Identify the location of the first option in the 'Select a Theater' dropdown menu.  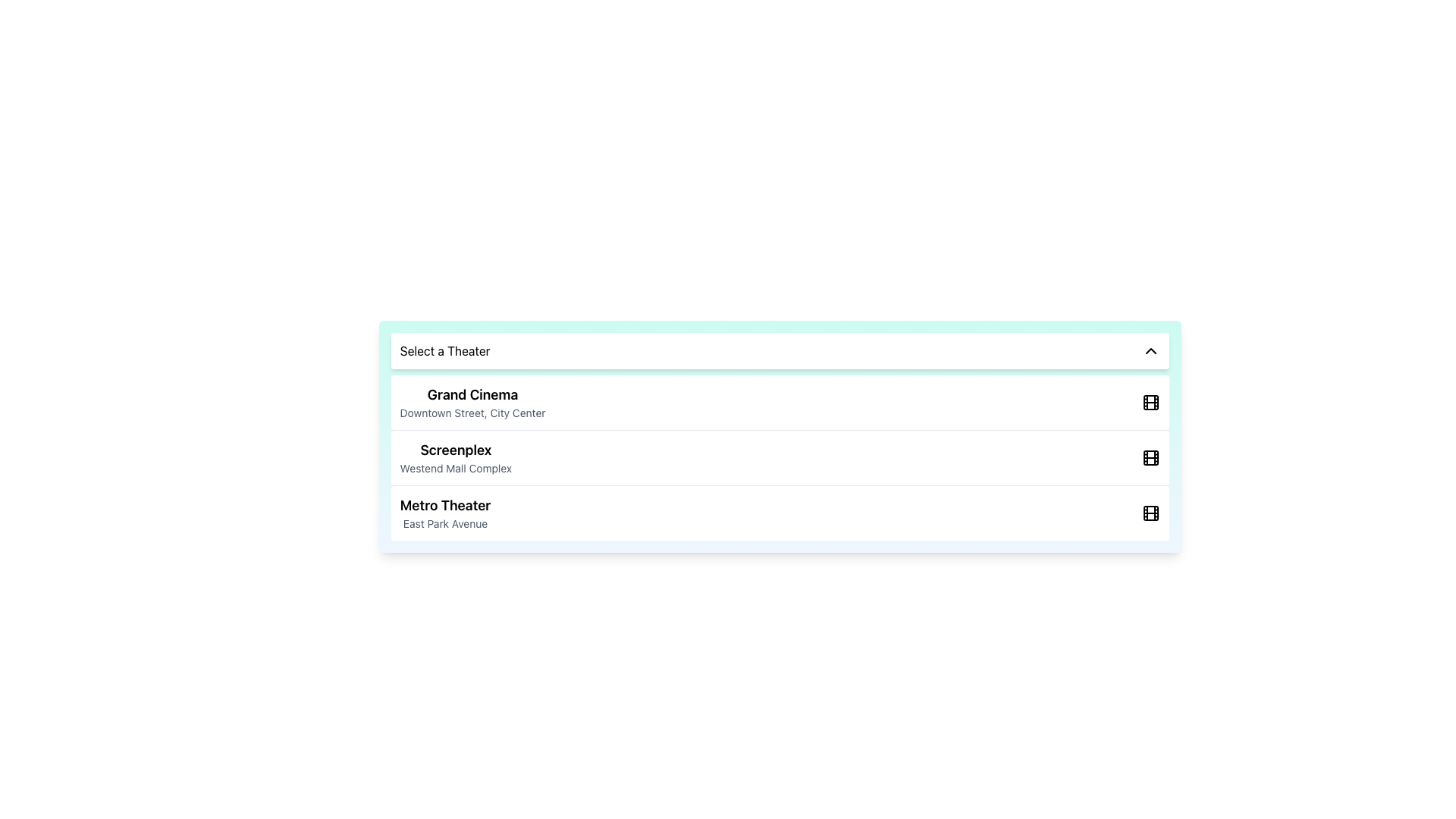
(780, 402).